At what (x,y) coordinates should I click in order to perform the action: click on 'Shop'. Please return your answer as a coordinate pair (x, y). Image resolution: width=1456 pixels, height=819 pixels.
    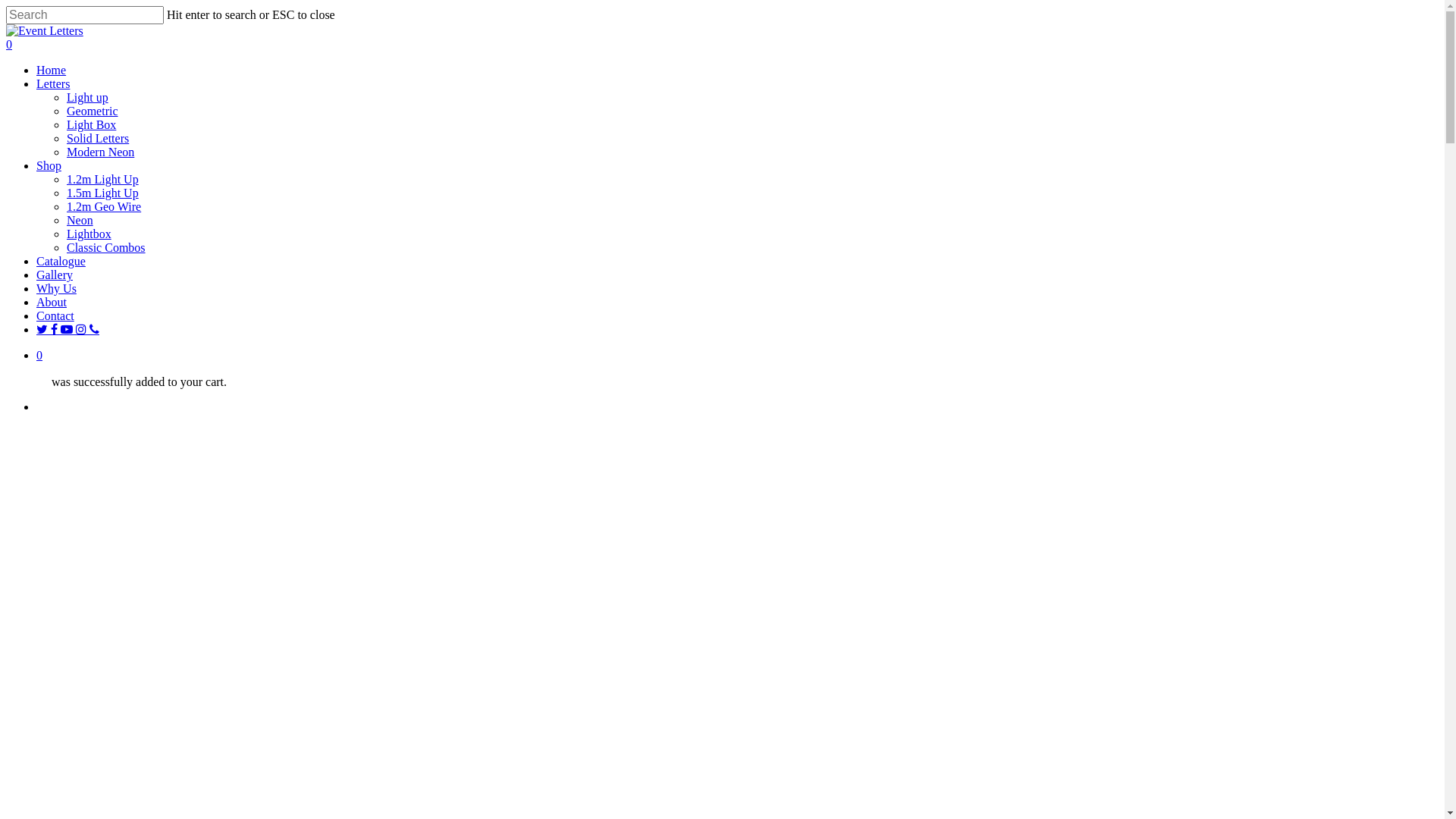
    Looking at the image, I should click on (49, 165).